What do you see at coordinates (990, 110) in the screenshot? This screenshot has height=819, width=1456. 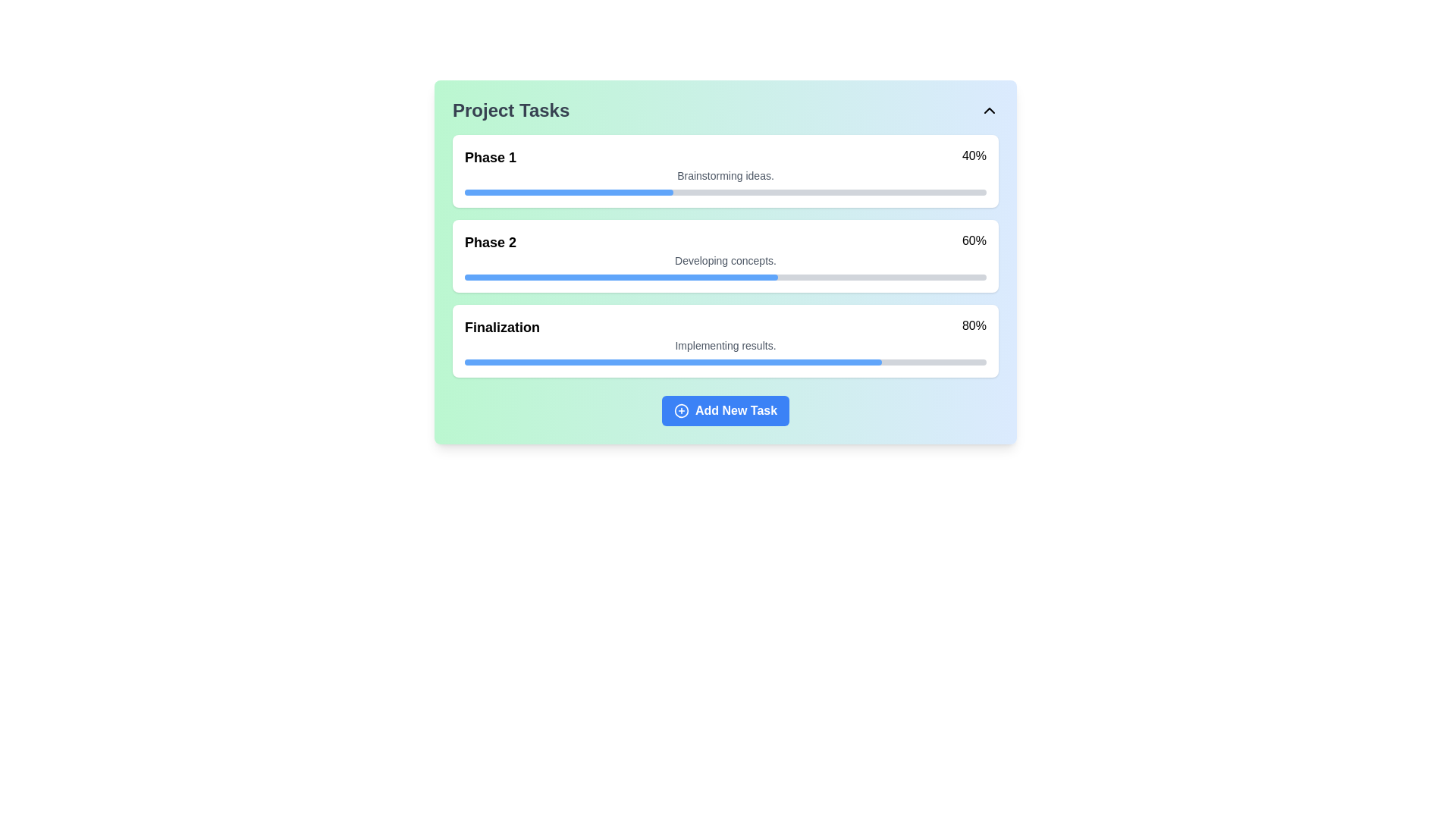 I see `the collapse button with an icon located at the upper-right corner of the 'Project Tasks' section to minimize it` at bounding box center [990, 110].